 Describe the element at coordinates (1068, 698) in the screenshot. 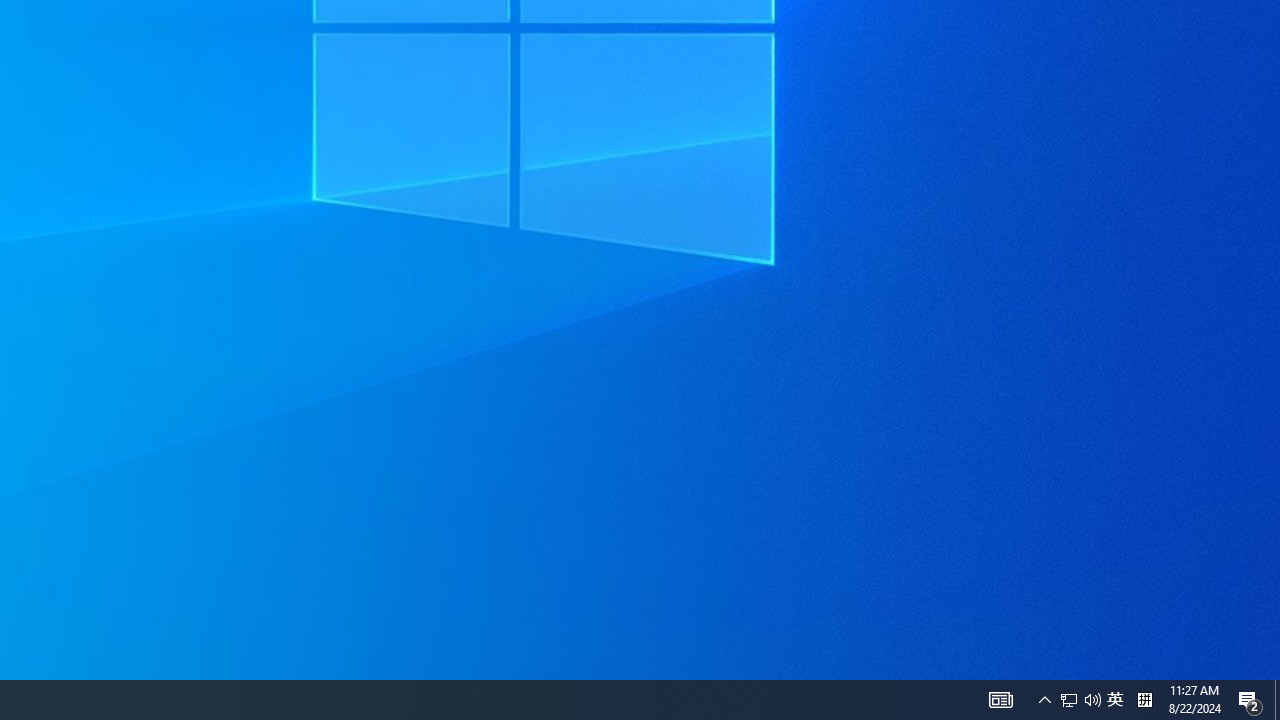

I see `'Q2790: 100%'` at that location.